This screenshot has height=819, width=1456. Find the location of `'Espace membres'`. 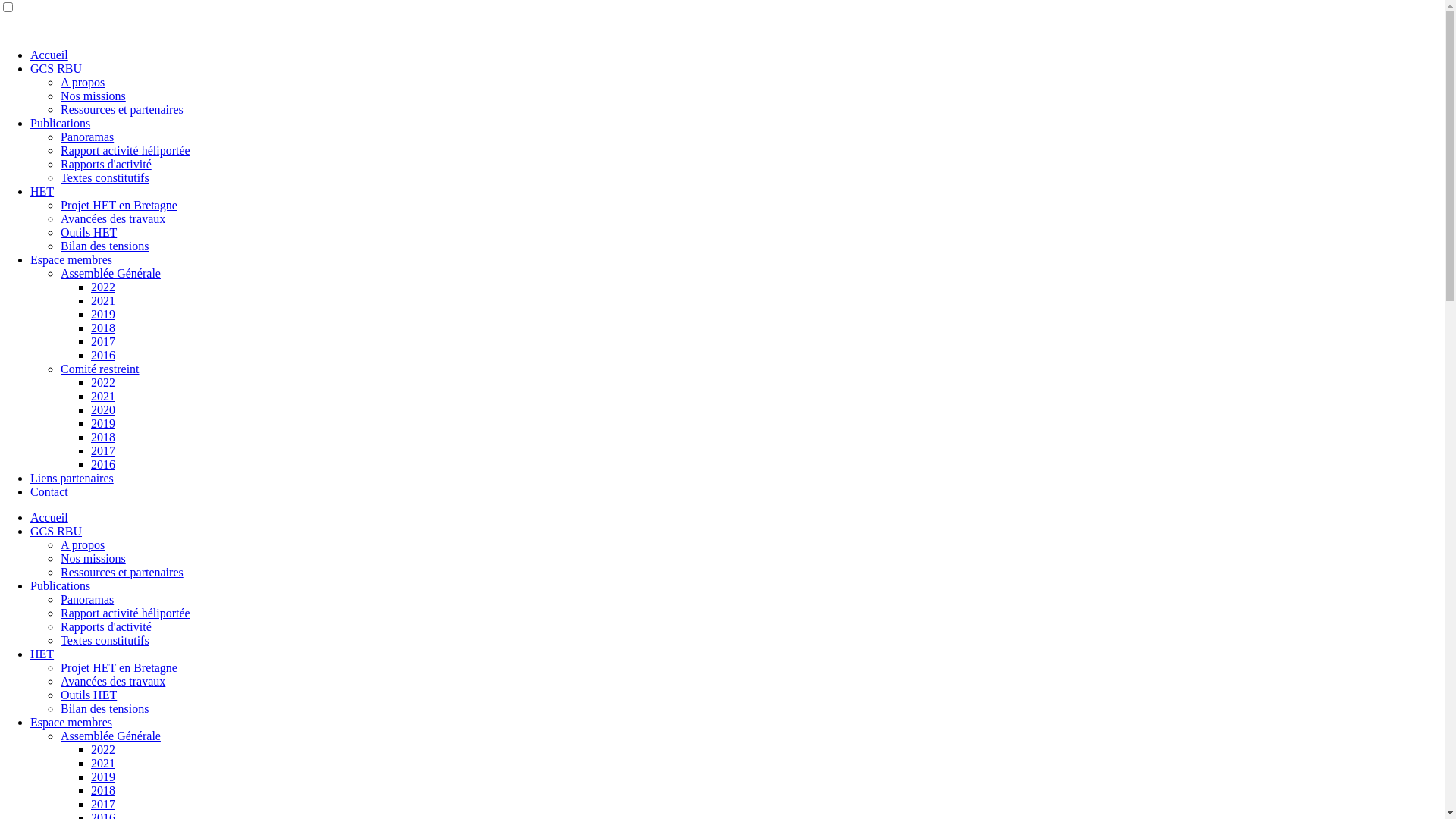

'Espace membres' is located at coordinates (30, 721).